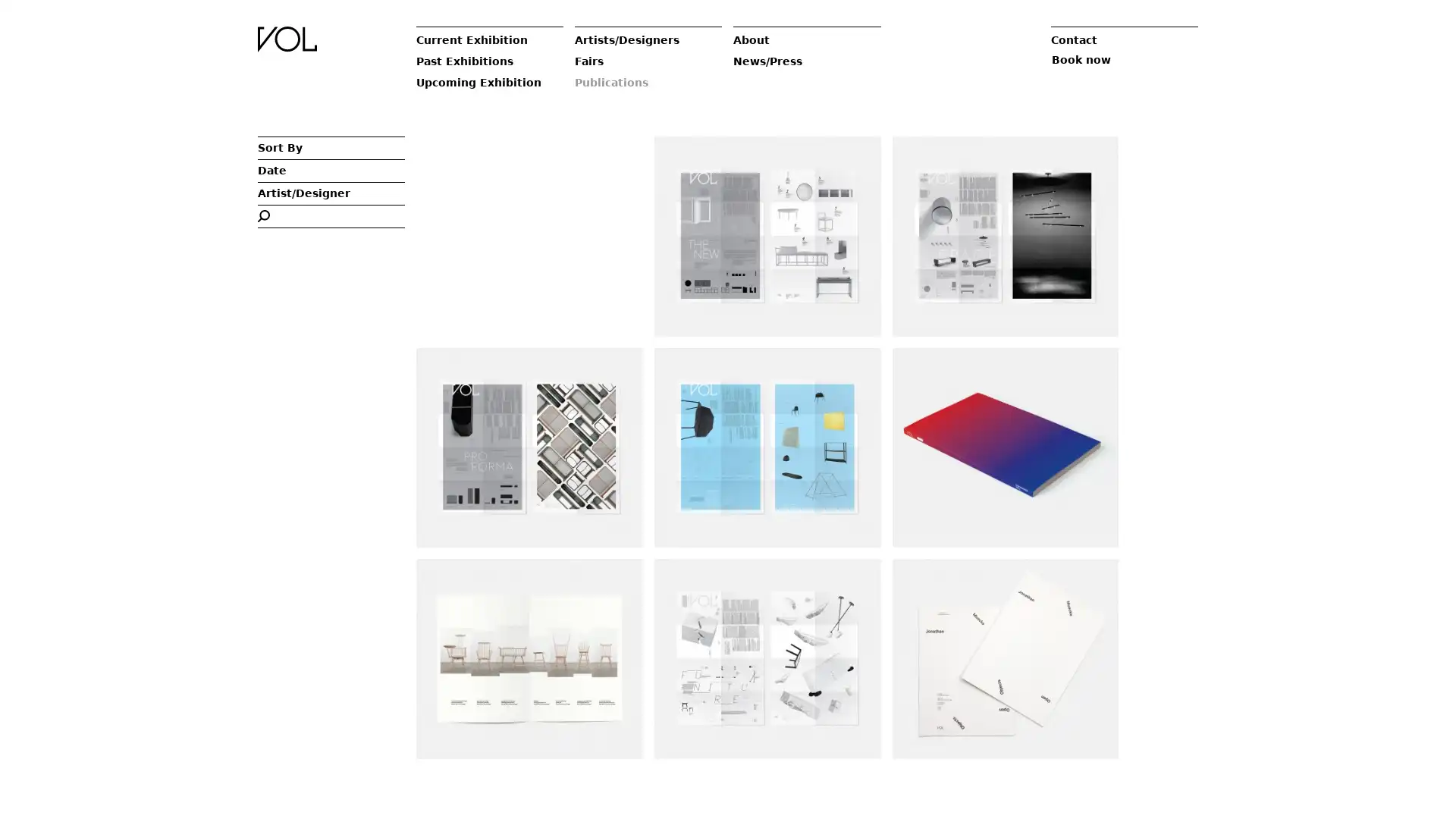 This screenshot has height=819, width=1456. Describe the element at coordinates (1118, 70) in the screenshot. I see `Book now` at that location.